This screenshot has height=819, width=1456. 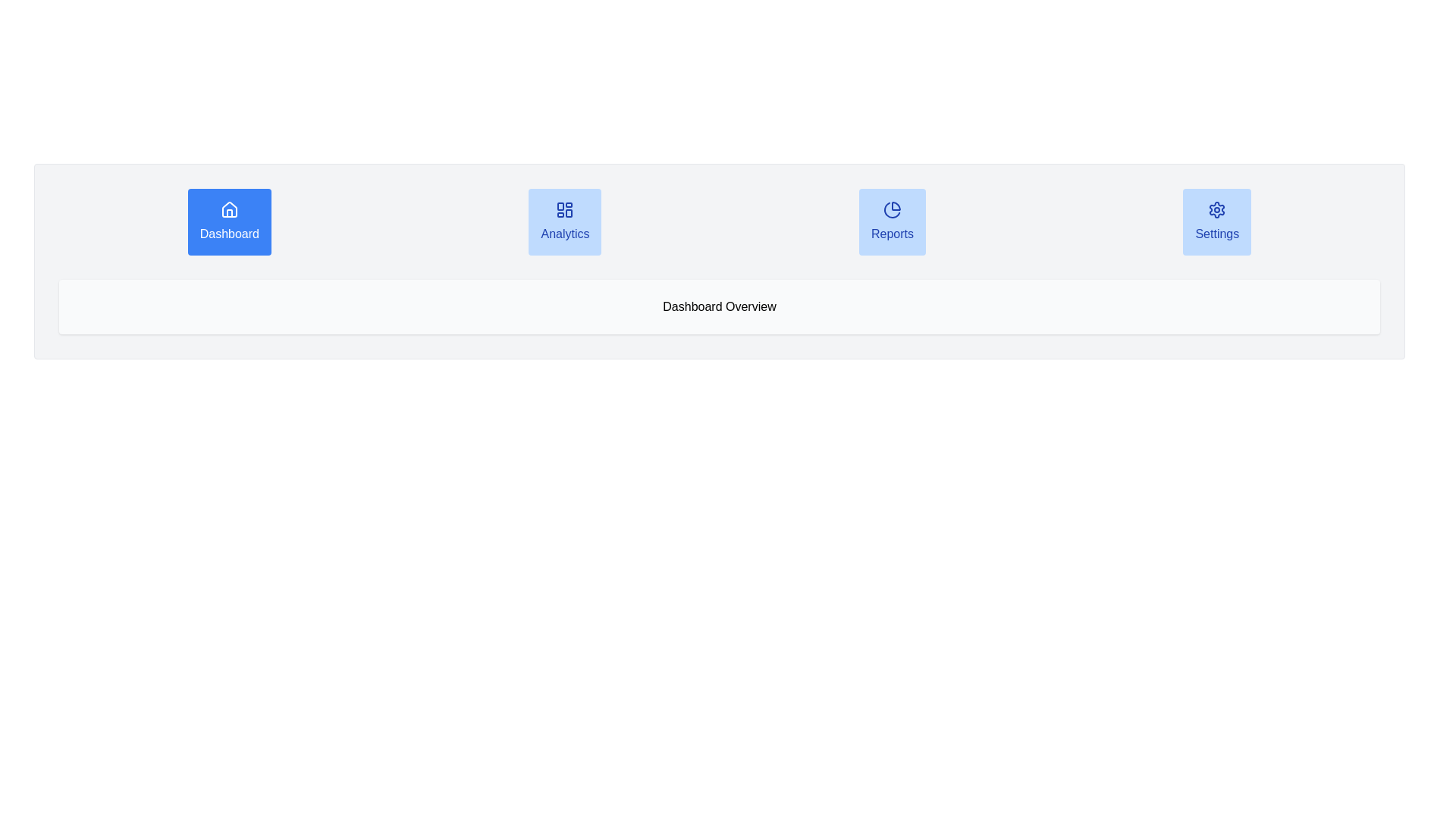 I want to click on keyboard navigation, so click(x=564, y=222).